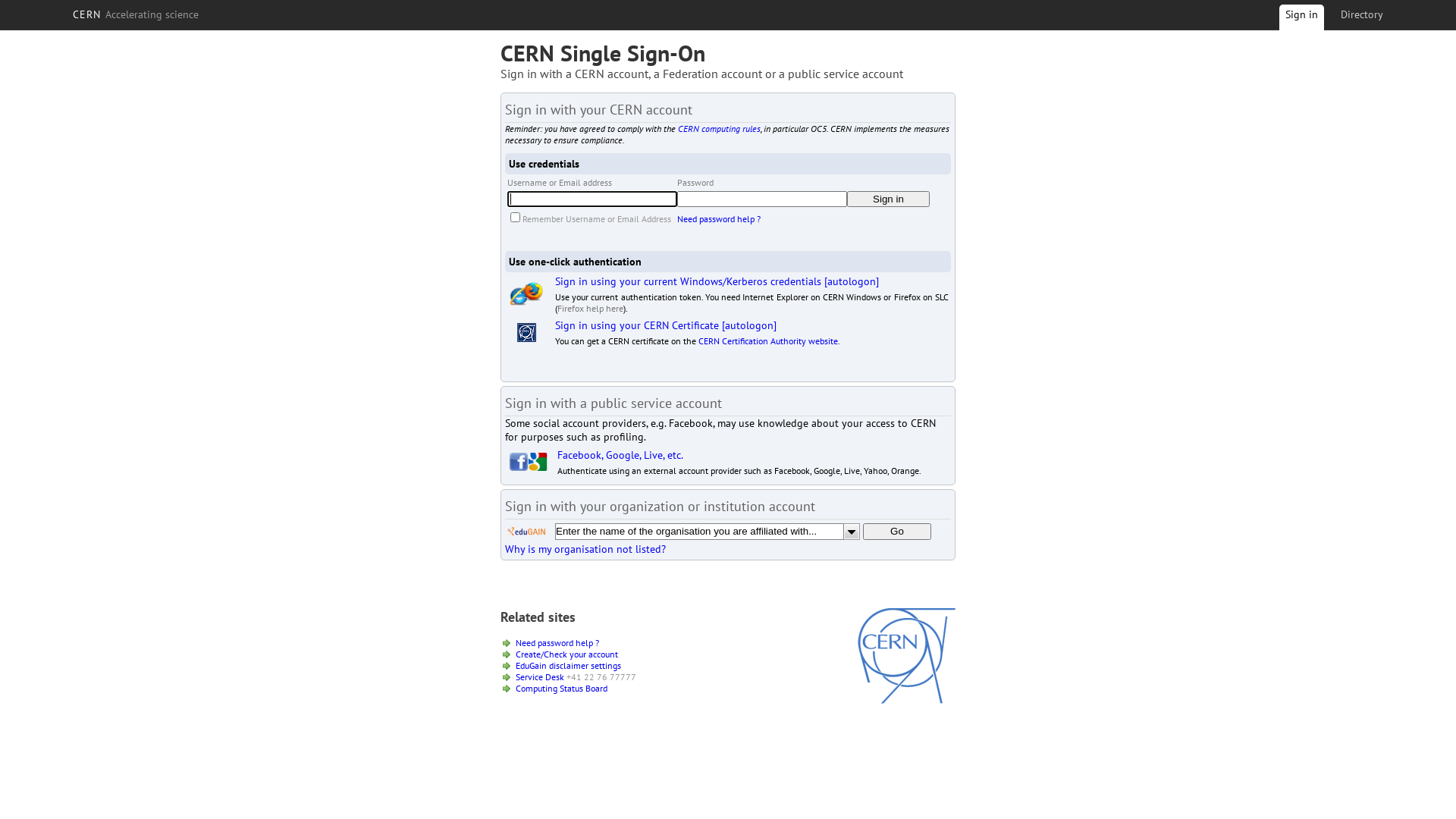 This screenshot has height=819, width=1456. I want to click on 'EduGain disclaimer settings', so click(567, 664).